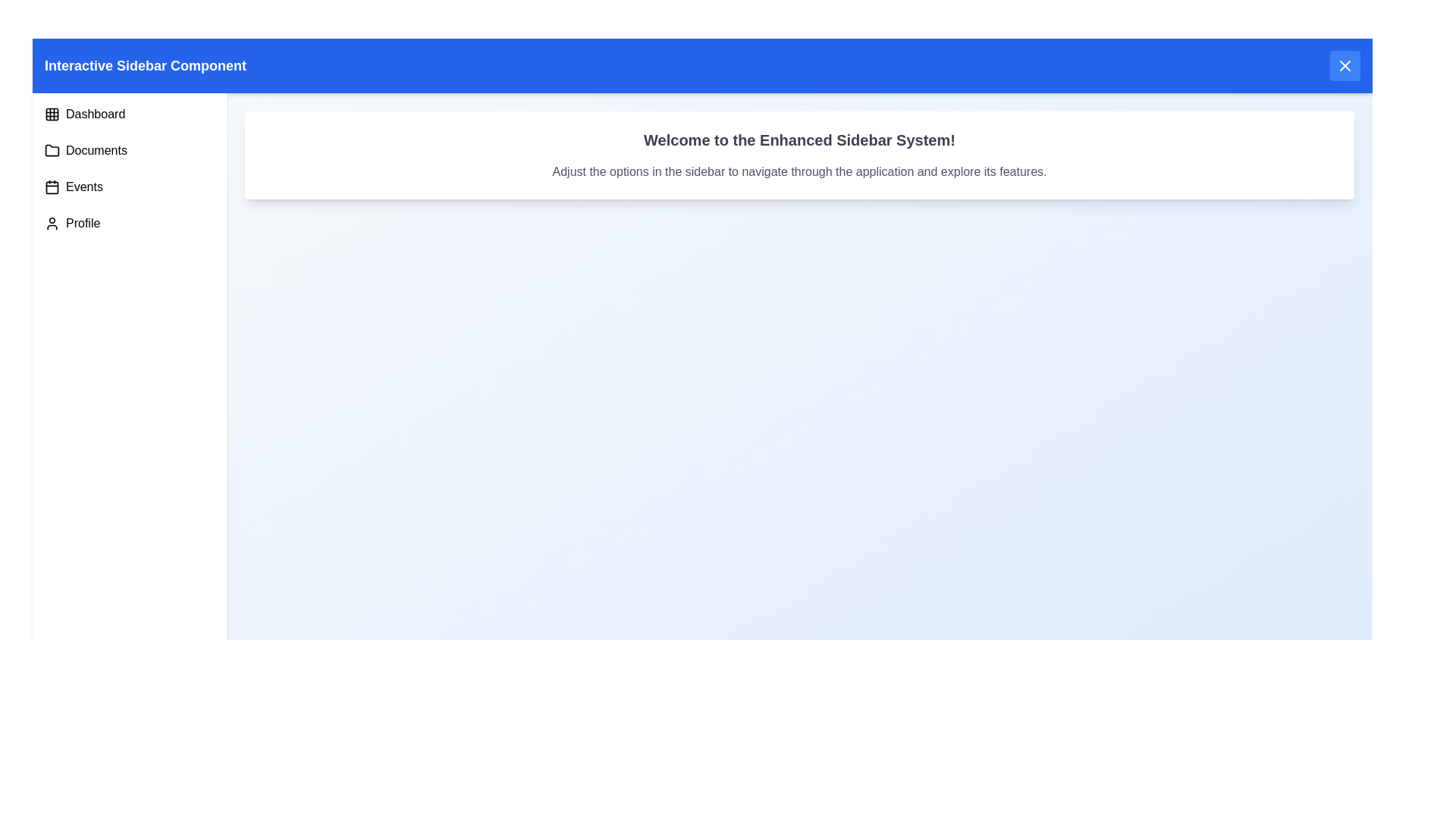 The height and width of the screenshot is (819, 1456). What do you see at coordinates (52, 113) in the screenshot?
I see `the Dashboard icon located in the first cell of the top-left corner of the sidebar menu, which is part of a three-by-three grid structure` at bounding box center [52, 113].